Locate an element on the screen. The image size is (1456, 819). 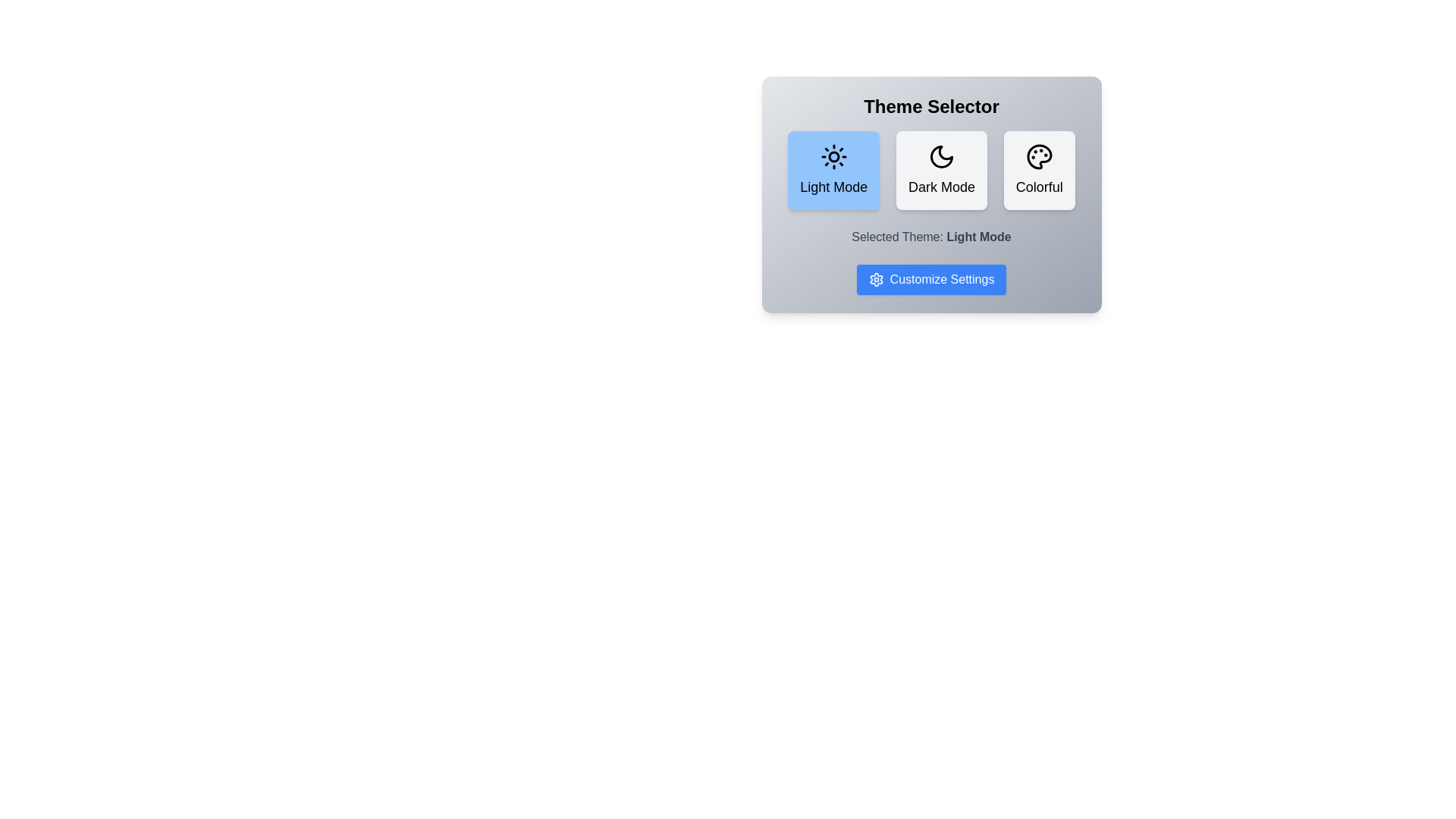
the theme button to select Light Mode is located at coordinates (833, 170).